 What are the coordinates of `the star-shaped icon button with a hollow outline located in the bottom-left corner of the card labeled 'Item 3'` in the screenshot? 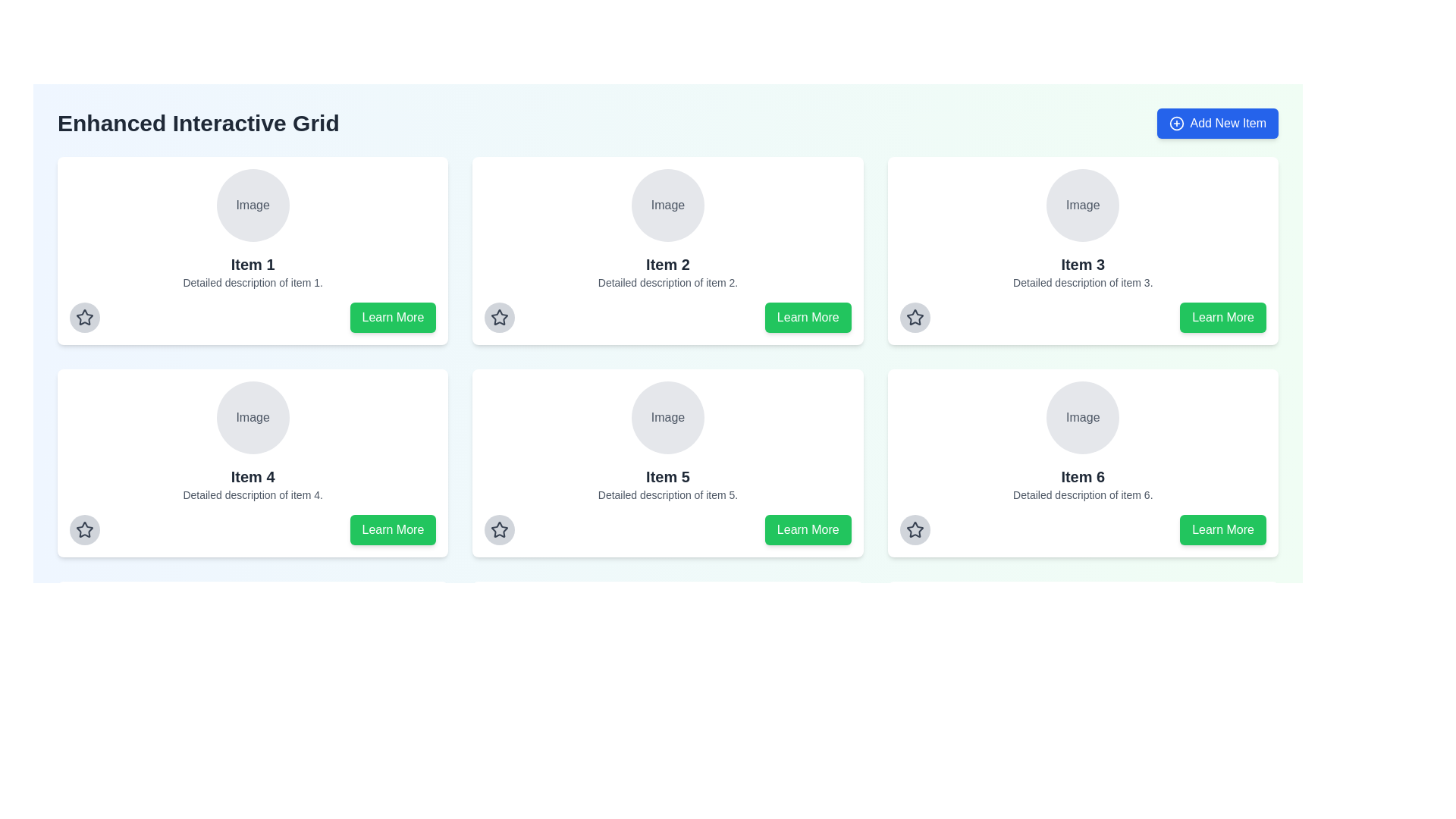 It's located at (914, 317).